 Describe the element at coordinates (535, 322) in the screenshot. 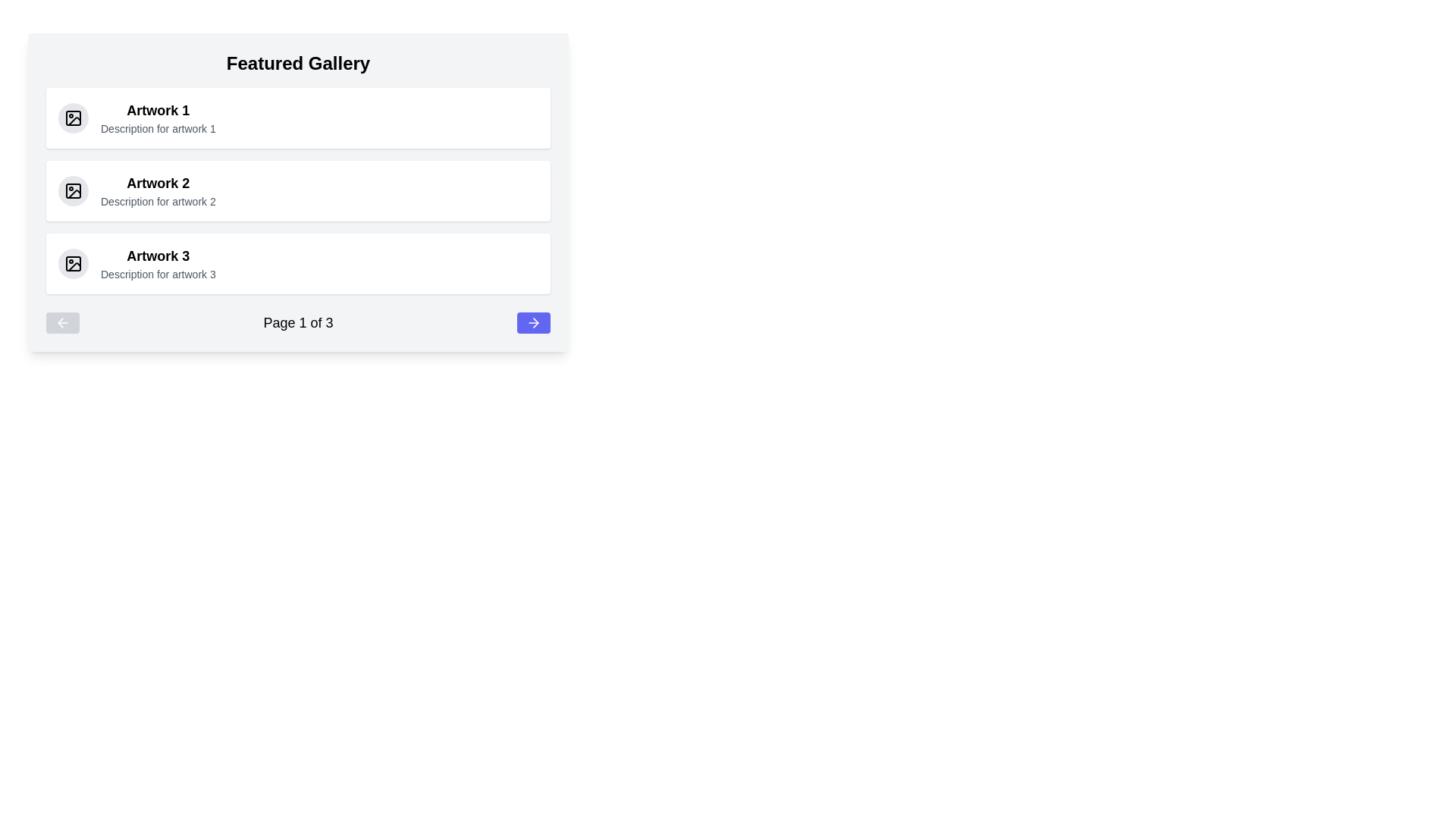

I see `the forward navigation arrow icon inside the blue rectangular button located to the right of the pagination controls at the bottom of the Featured Gallery section` at that location.